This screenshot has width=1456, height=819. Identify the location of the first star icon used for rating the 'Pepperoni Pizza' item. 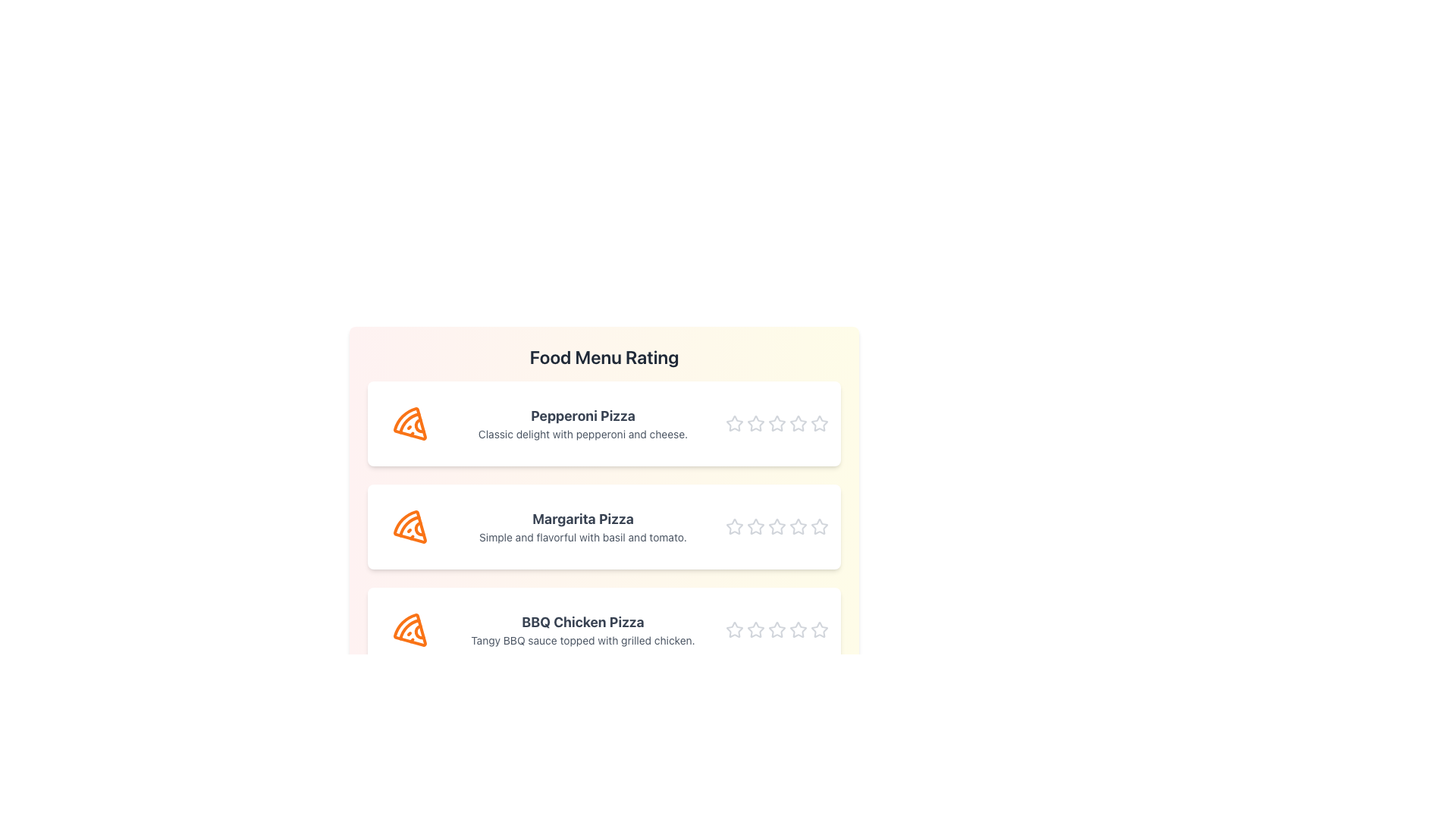
(735, 424).